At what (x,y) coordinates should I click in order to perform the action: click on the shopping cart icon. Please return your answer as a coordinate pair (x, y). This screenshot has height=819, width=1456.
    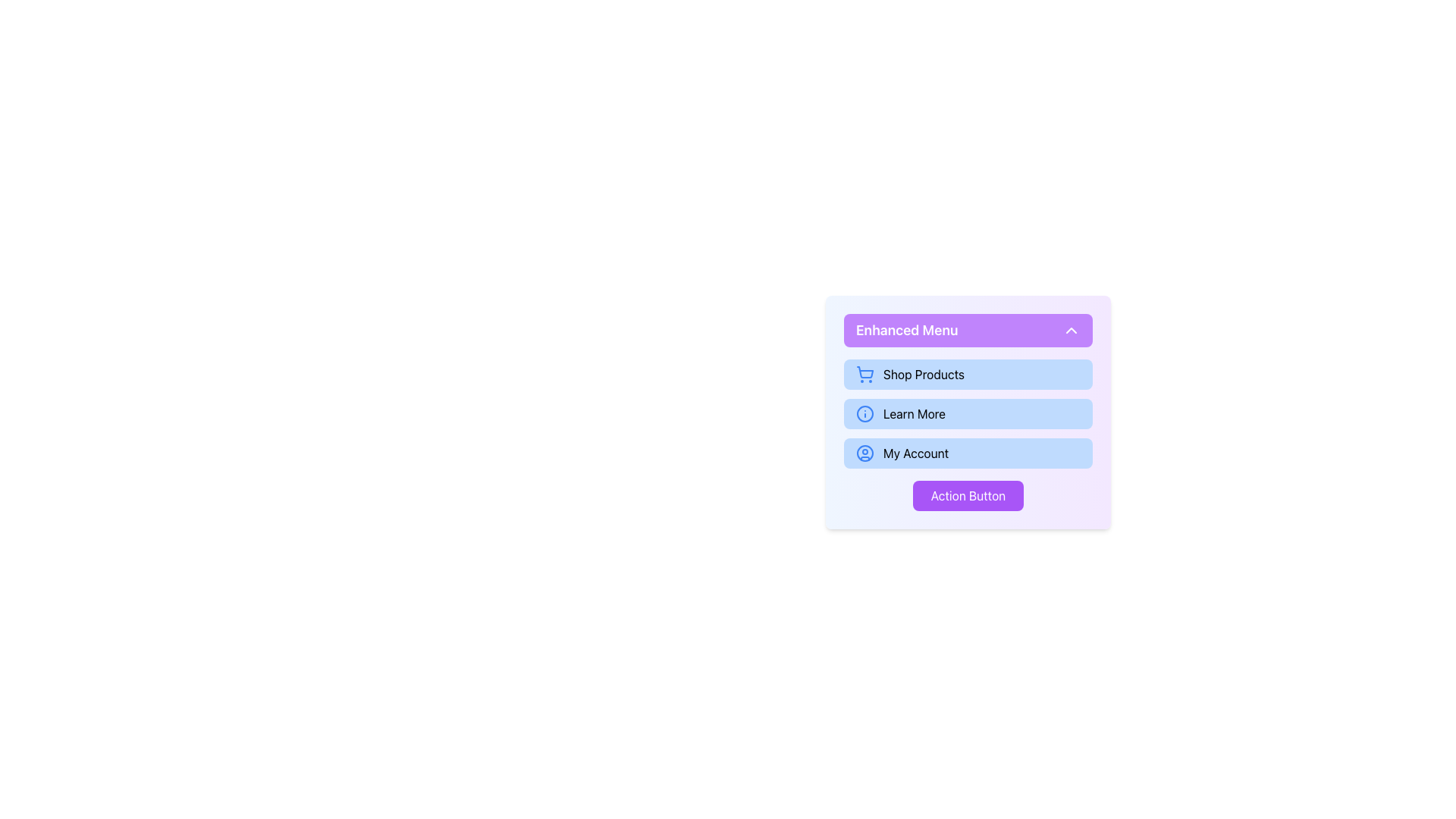
    Looking at the image, I should click on (865, 374).